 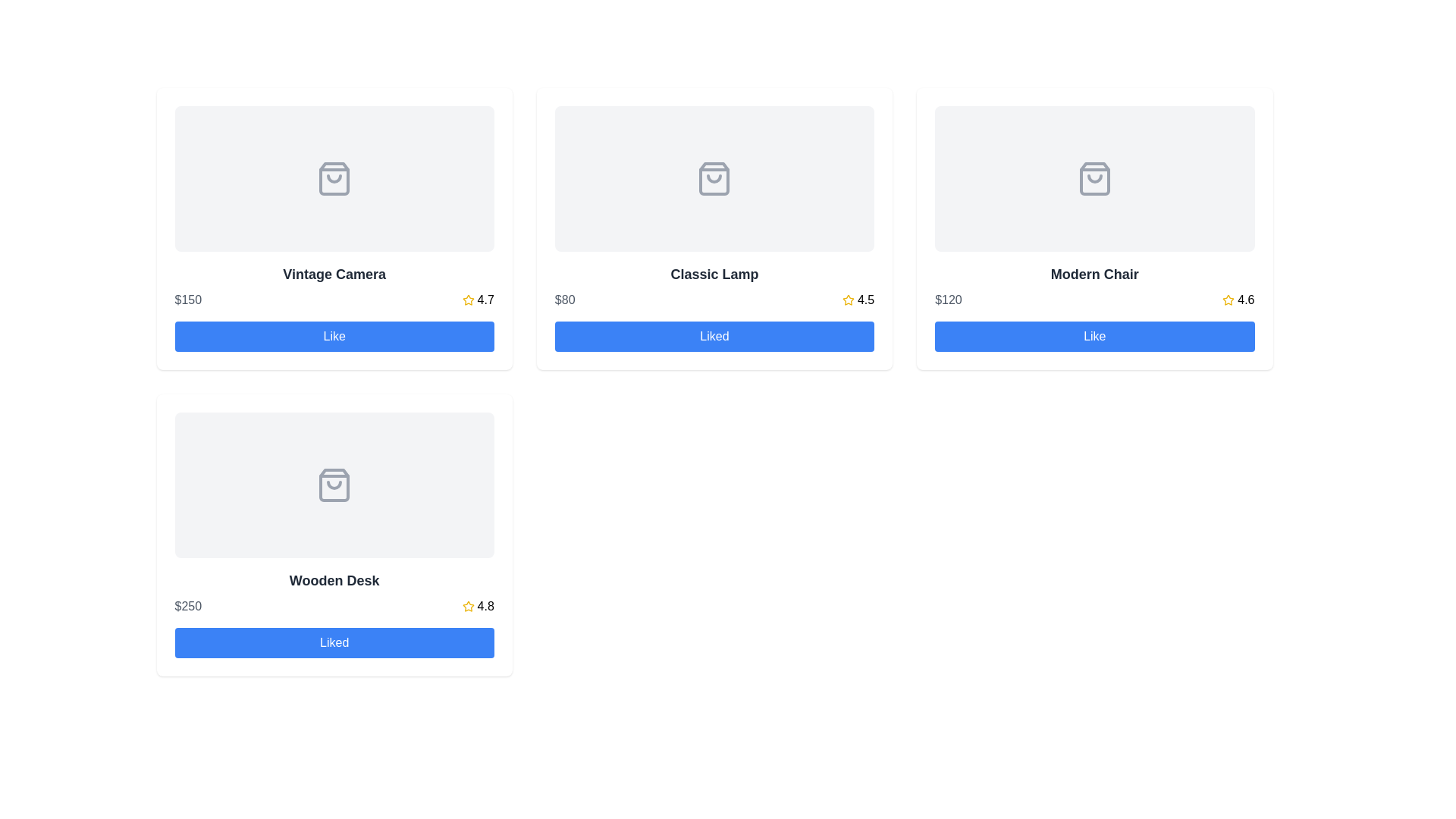 I want to click on the informational display element that contains the text 'Vintage Camera $150 4.7' with a yellow star icon, so click(x=334, y=287).